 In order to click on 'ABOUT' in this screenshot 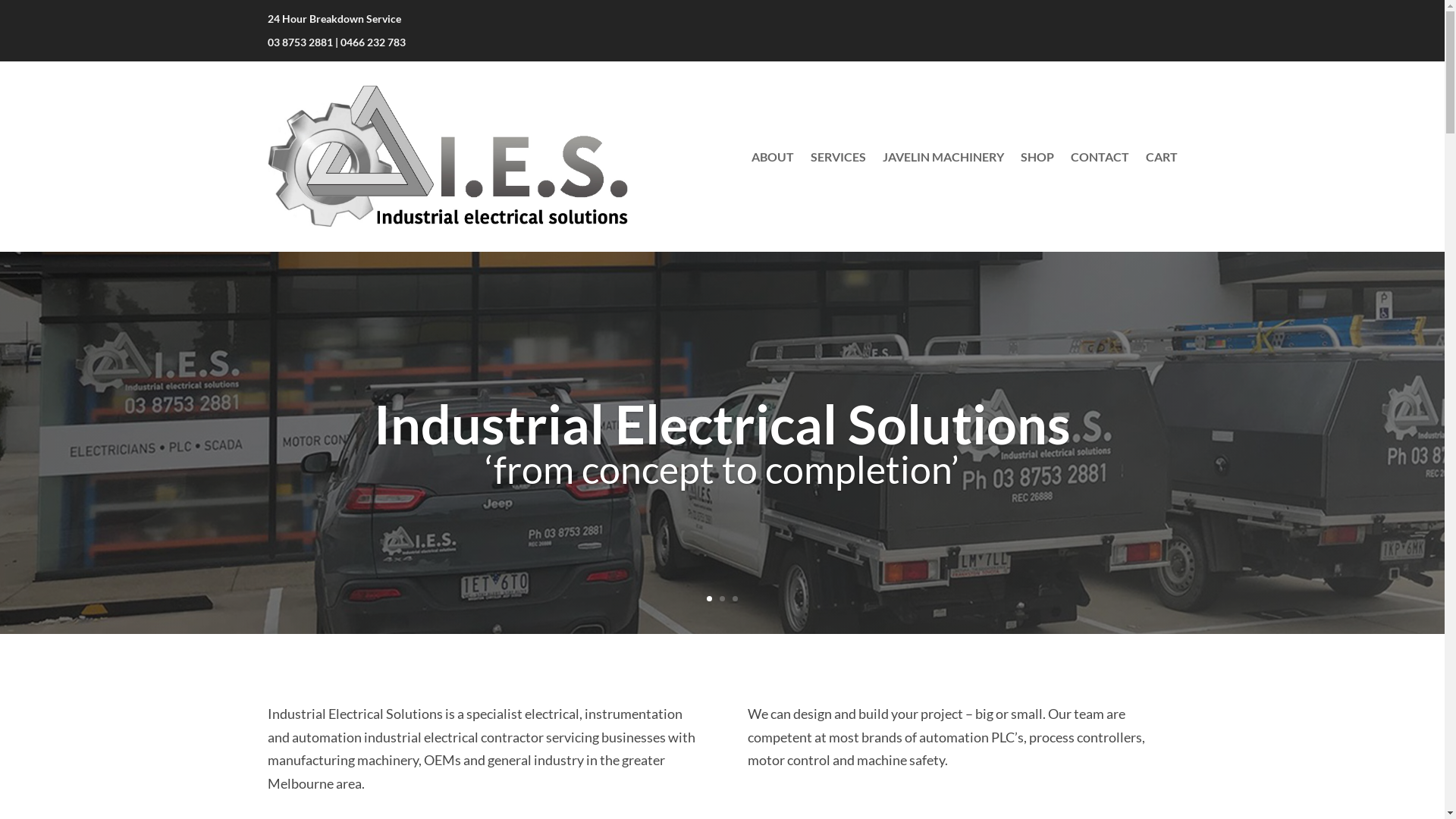, I will do `click(771, 156)`.